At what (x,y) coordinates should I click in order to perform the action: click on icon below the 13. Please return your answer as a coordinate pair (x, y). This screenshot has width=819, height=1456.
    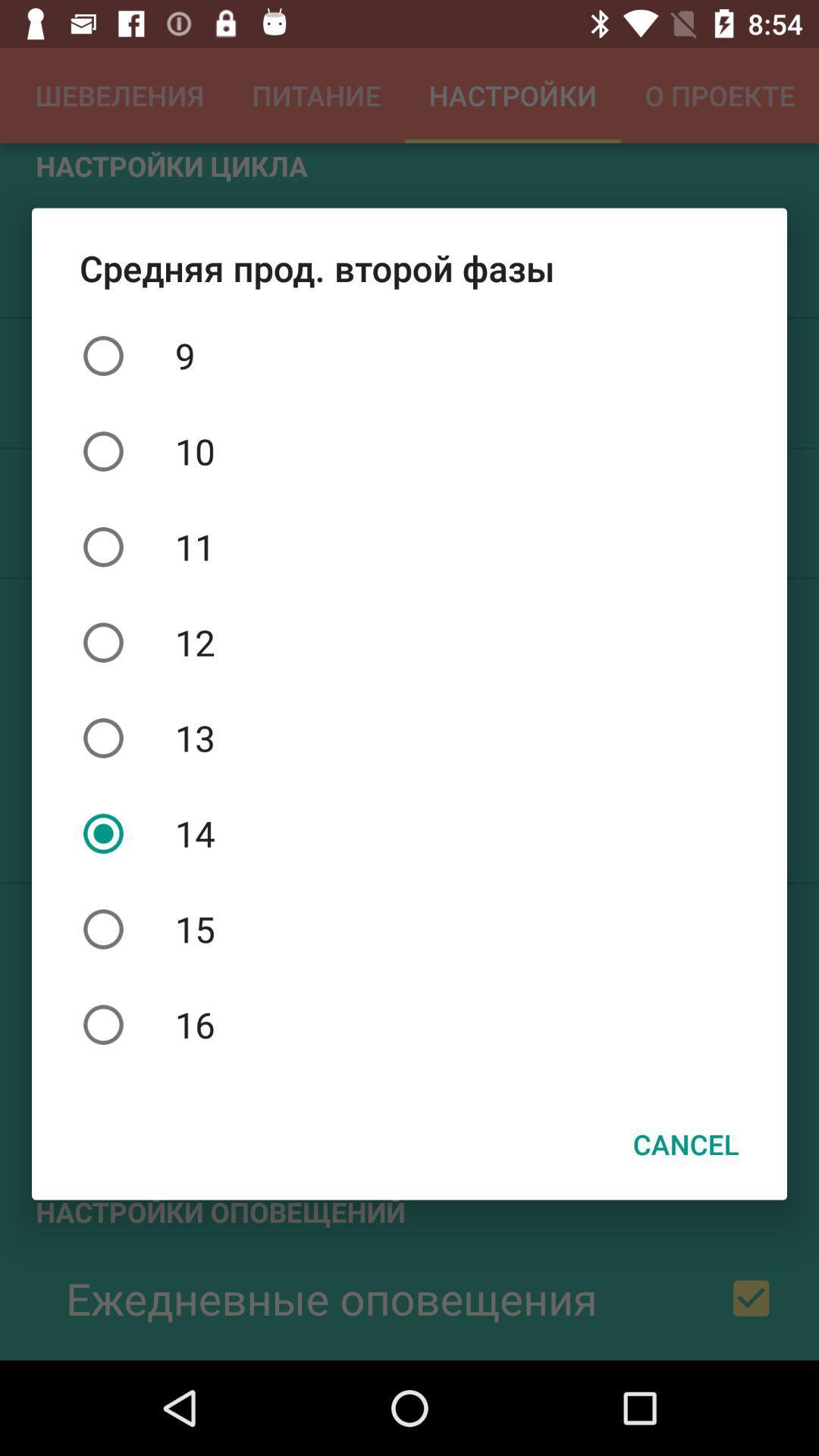
    Looking at the image, I should click on (409, 833).